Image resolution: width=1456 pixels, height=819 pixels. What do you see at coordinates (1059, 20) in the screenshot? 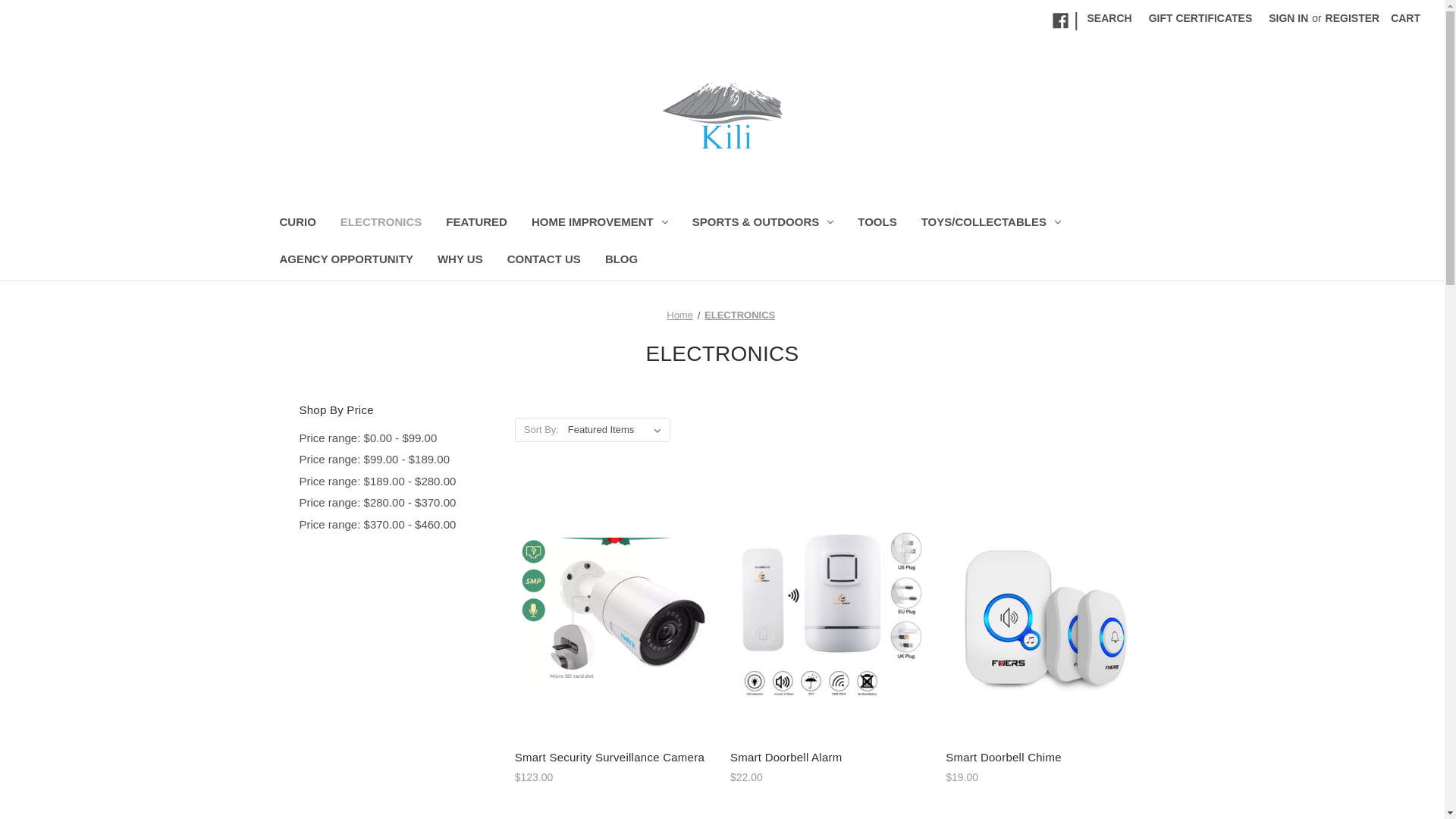
I see `'Facebook'` at bounding box center [1059, 20].